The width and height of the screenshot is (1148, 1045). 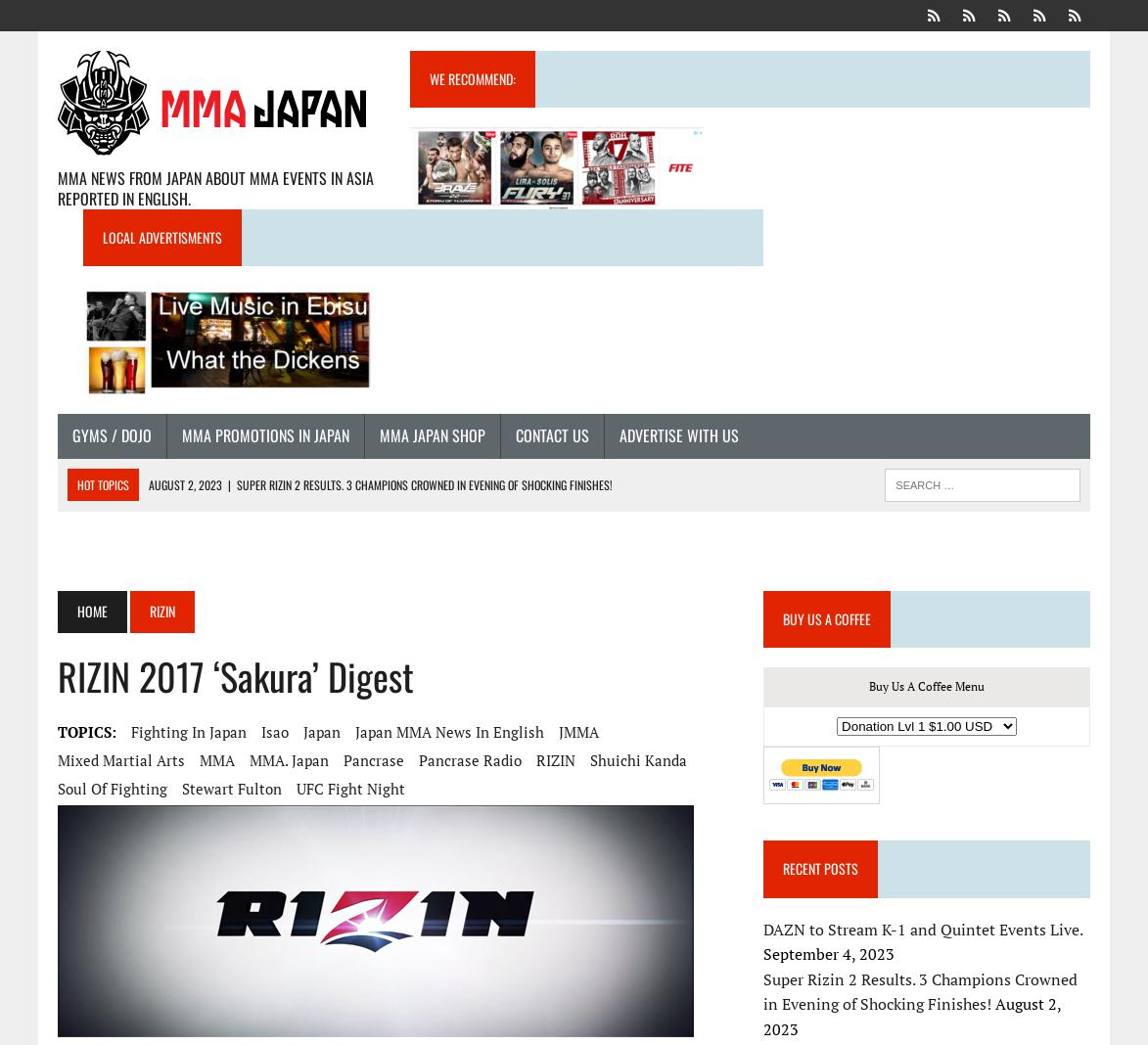 I want to click on 'Mixed Martial Arts', so click(x=56, y=759).